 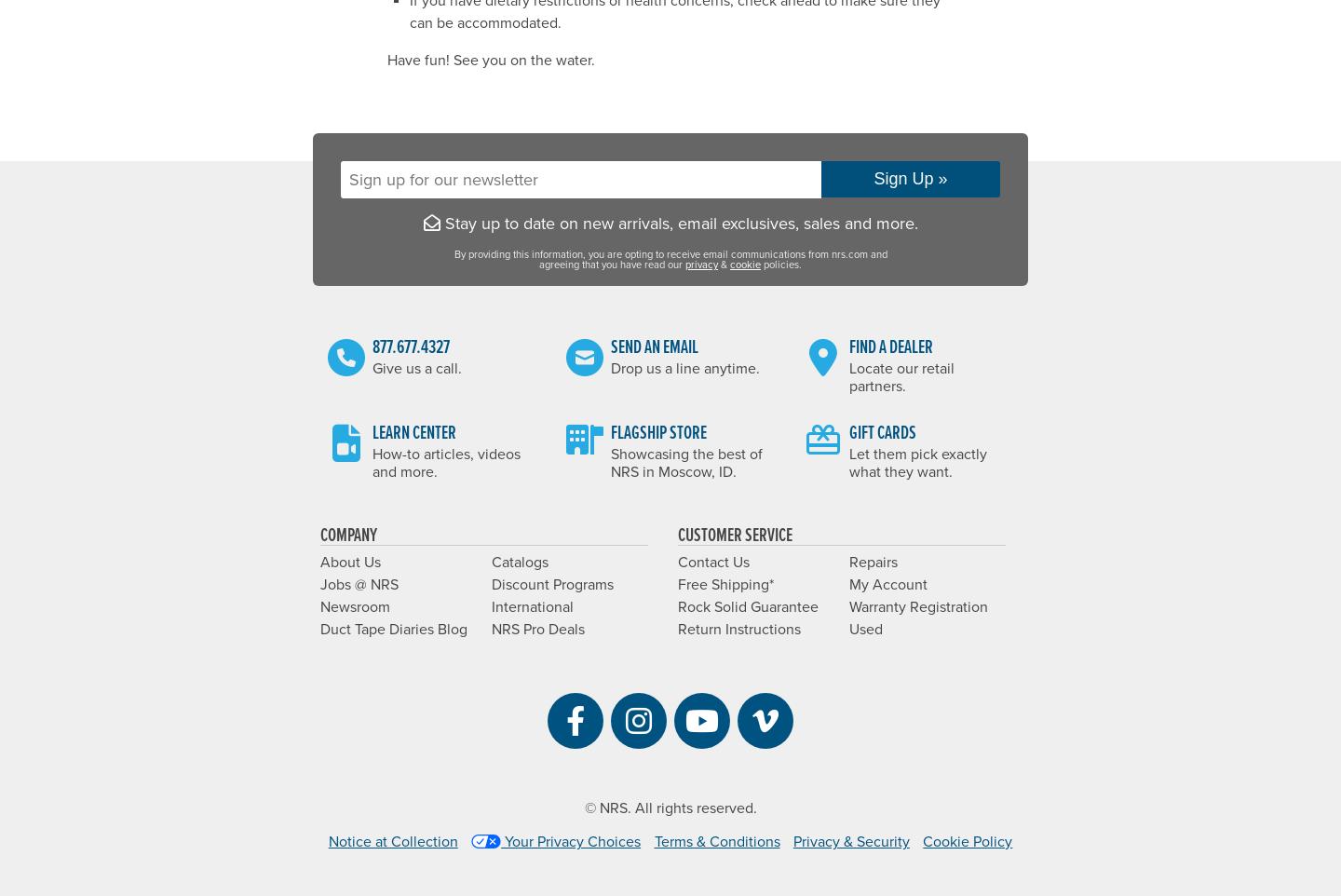 I want to click on 'Discount Programs', so click(x=552, y=584).